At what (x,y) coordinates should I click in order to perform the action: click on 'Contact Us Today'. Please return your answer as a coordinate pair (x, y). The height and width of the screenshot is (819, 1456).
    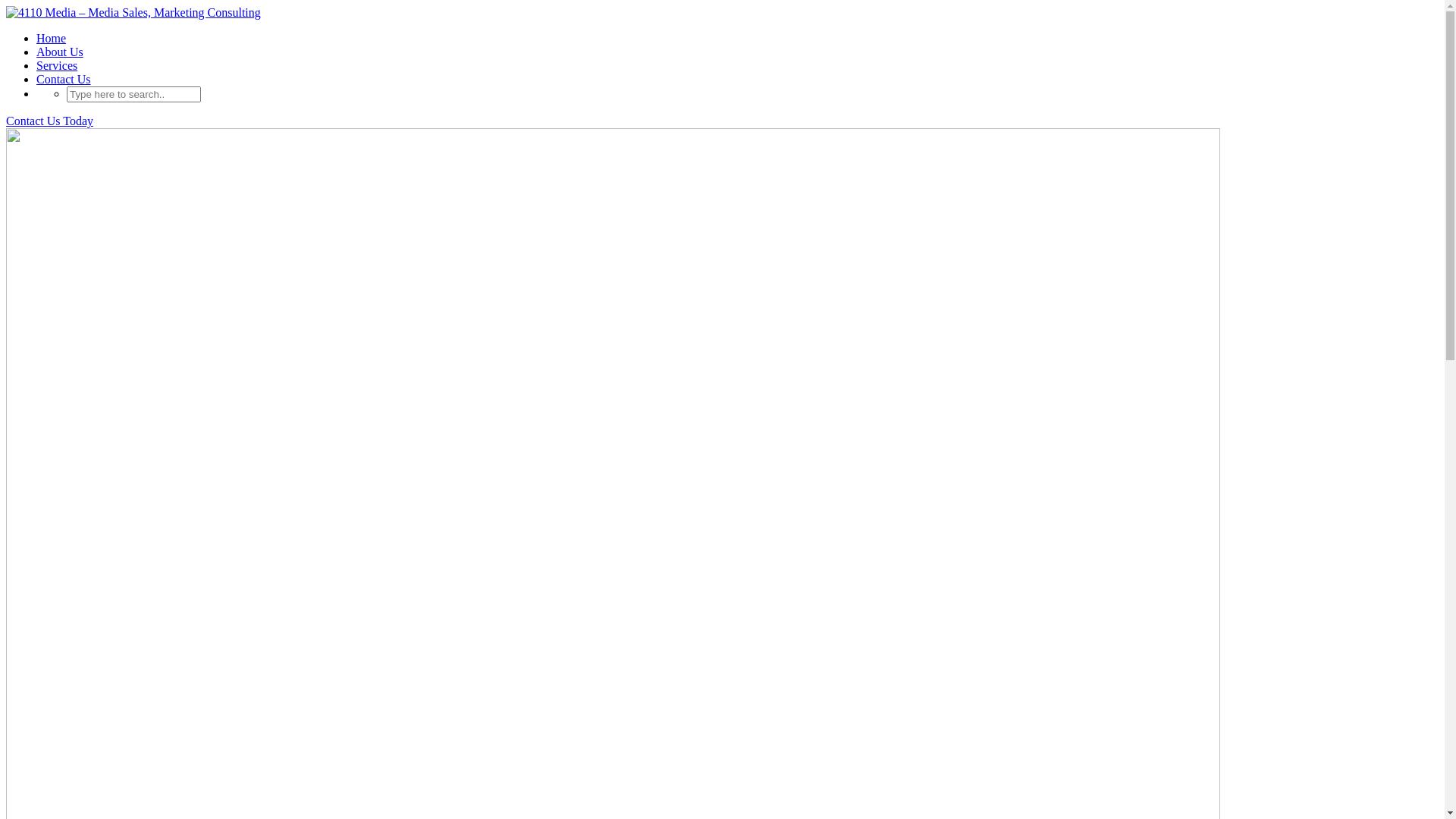
    Looking at the image, I should click on (49, 120).